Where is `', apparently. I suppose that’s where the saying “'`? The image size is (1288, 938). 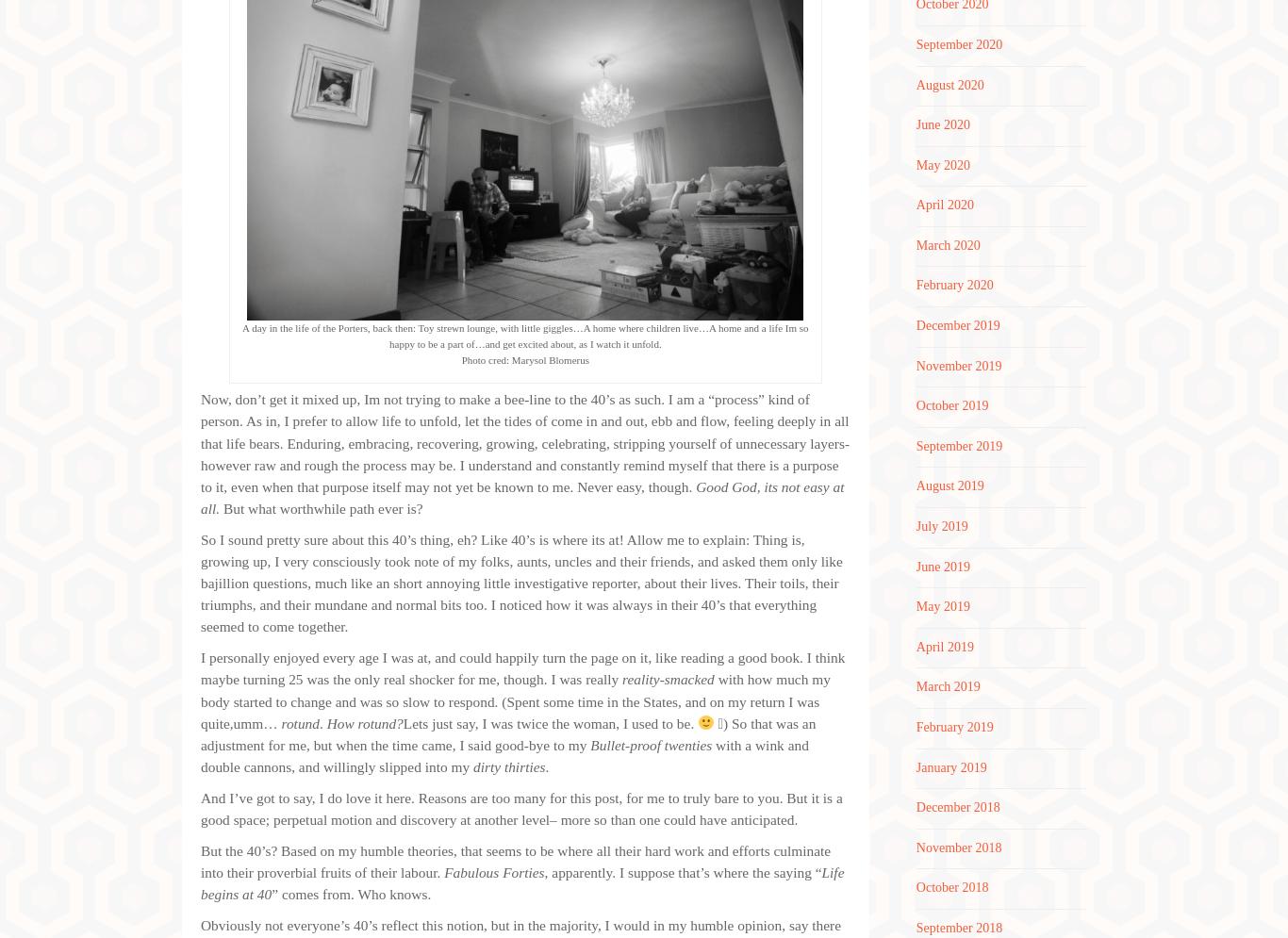 ', apparently. I suppose that’s where the saying “' is located at coordinates (542, 872).